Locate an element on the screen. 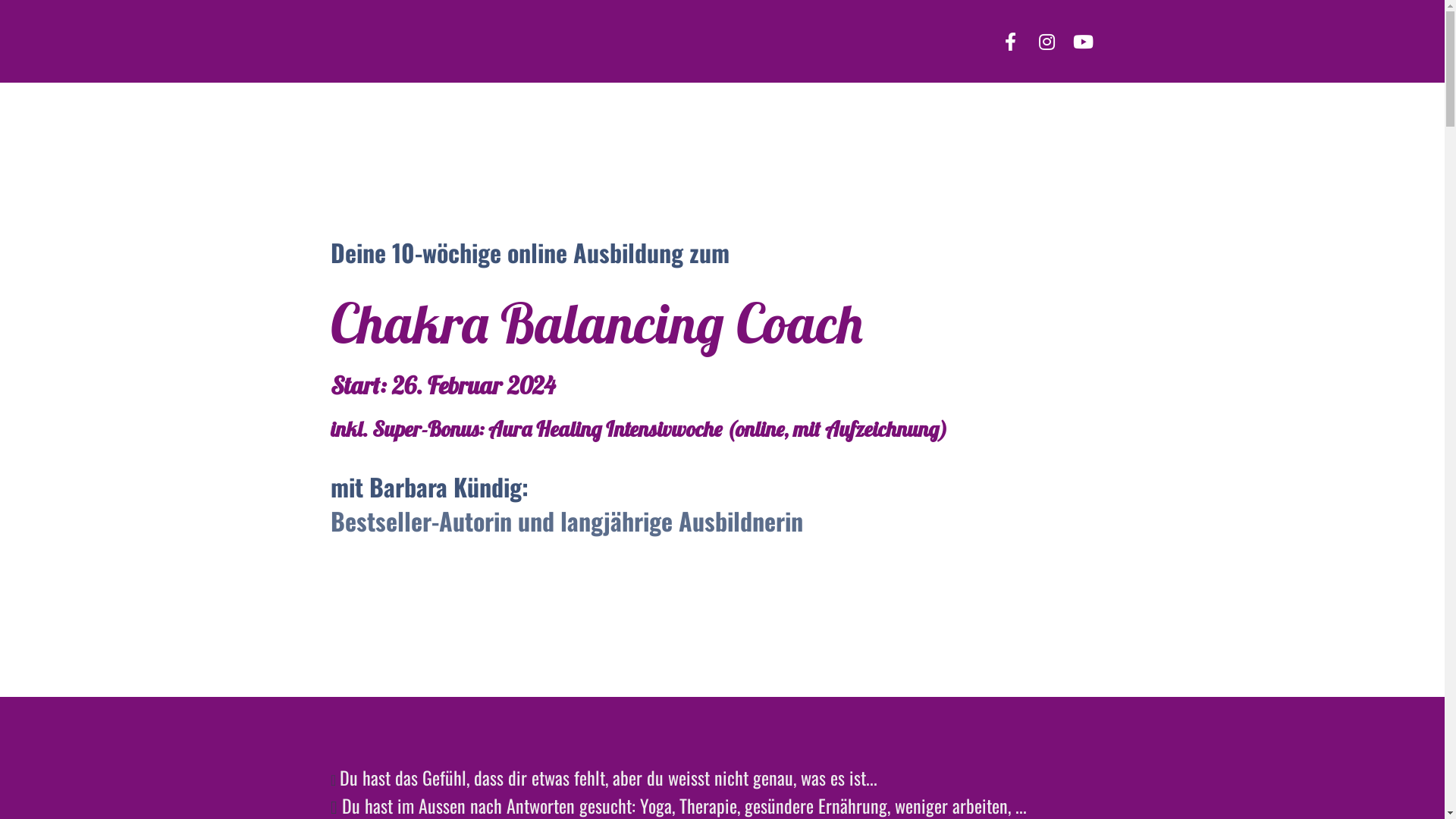 This screenshot has width=1456, height=819. 'Share on Youtube' is located at coordinates (1063, 40).